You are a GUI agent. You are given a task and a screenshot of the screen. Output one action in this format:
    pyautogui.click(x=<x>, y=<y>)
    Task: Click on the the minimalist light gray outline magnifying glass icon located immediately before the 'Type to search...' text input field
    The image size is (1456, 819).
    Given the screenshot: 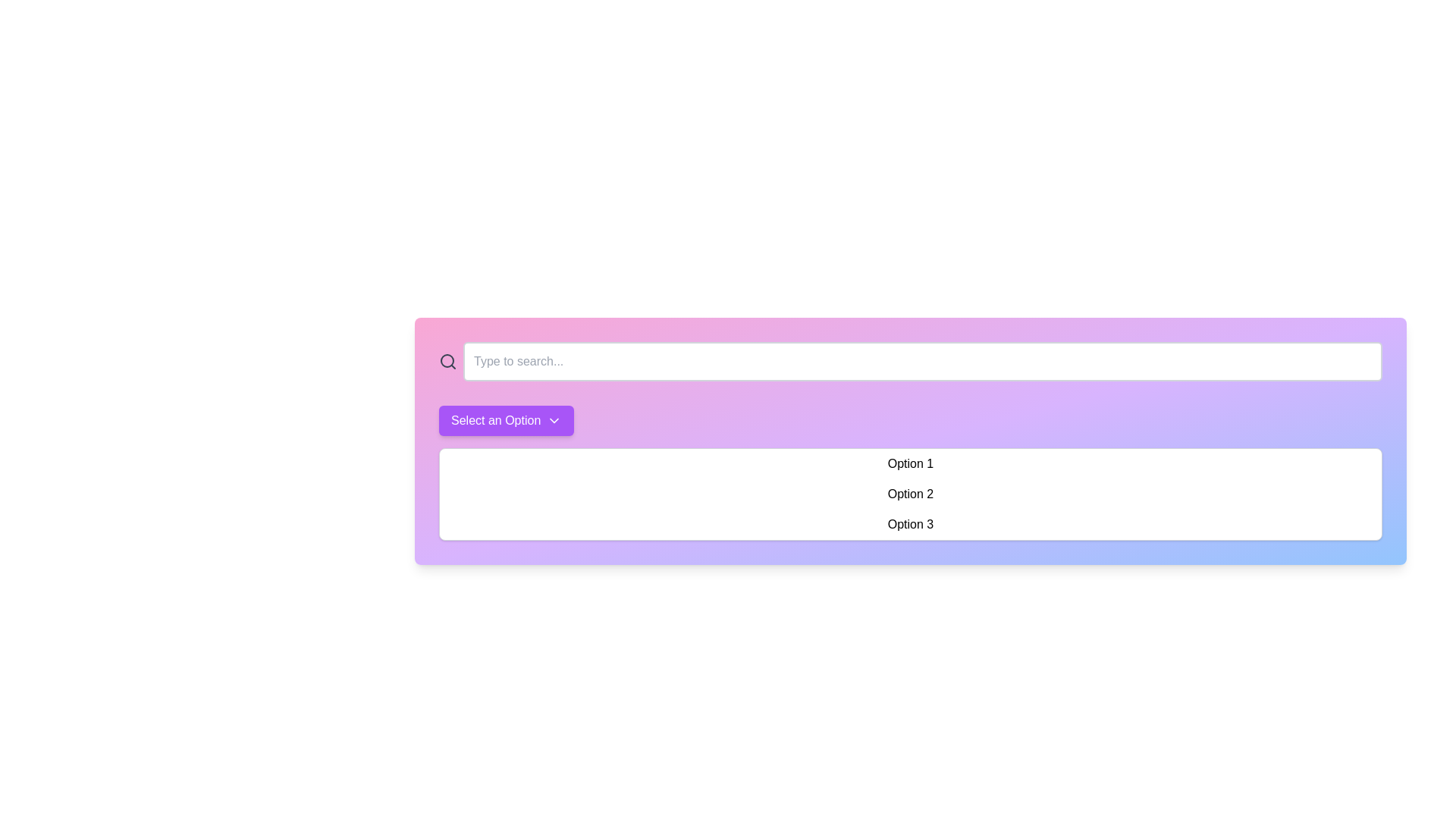 What is the action you would take?
    pyautogui.click(x=447, y=362)
    